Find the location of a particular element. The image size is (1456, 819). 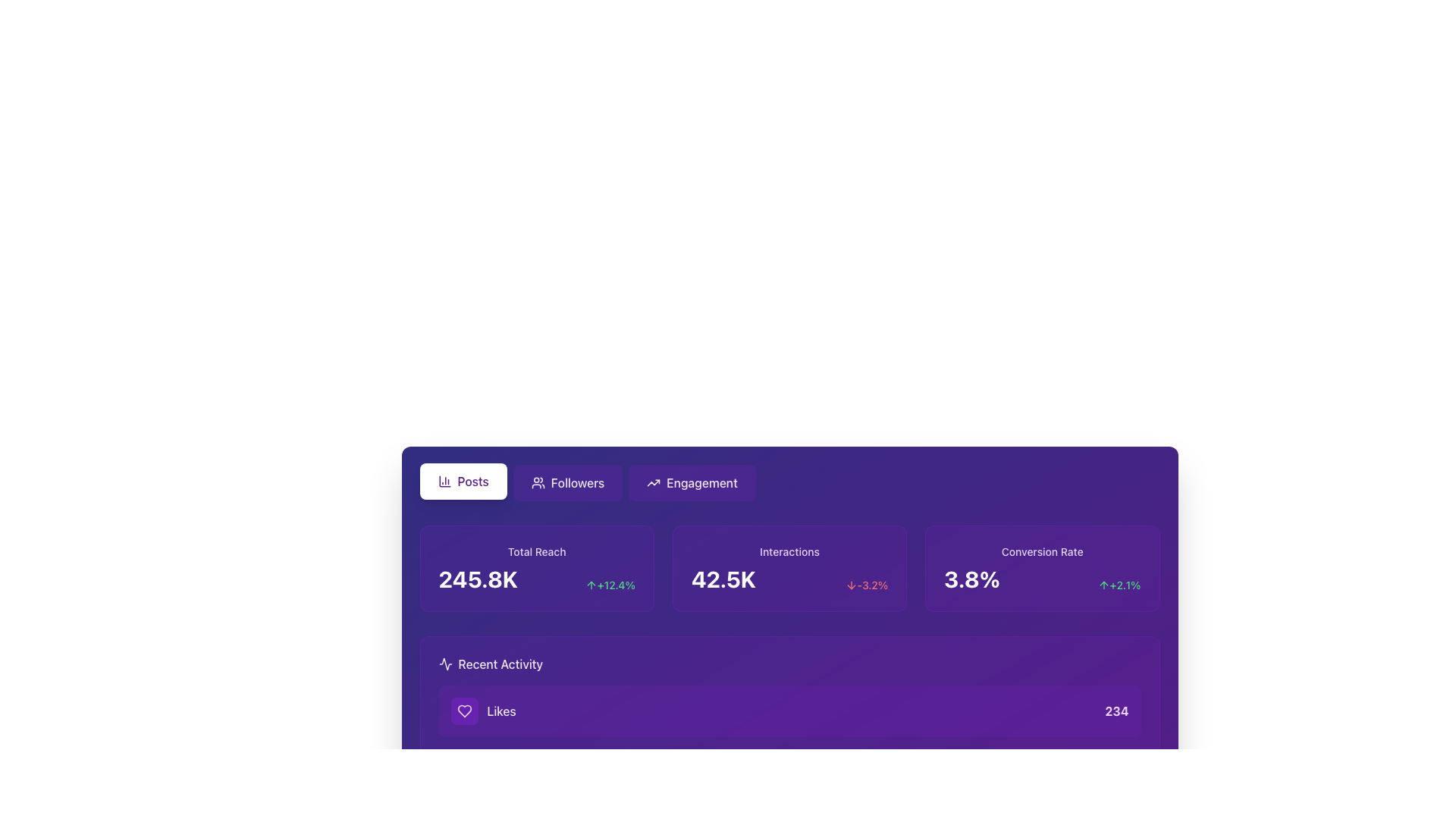

the rightmost navigation button in the group of three buttons is located at coordinates (691, 482).